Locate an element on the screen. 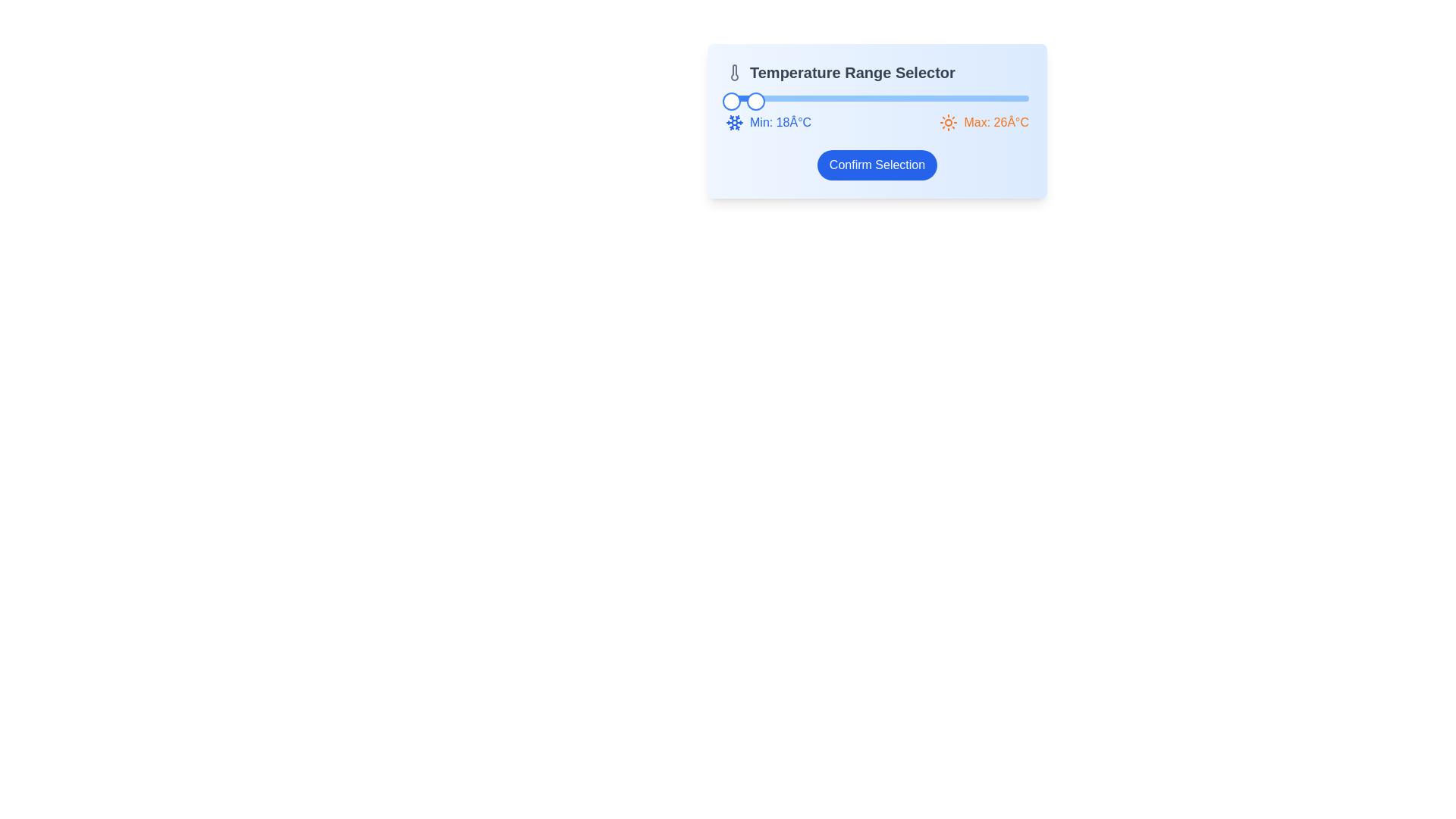 This screenshot has height=819, width=1456. the thermometer icon located to the left of the 'Temperature Range Selector' heading in the card component is located at coordinates (735, 73).